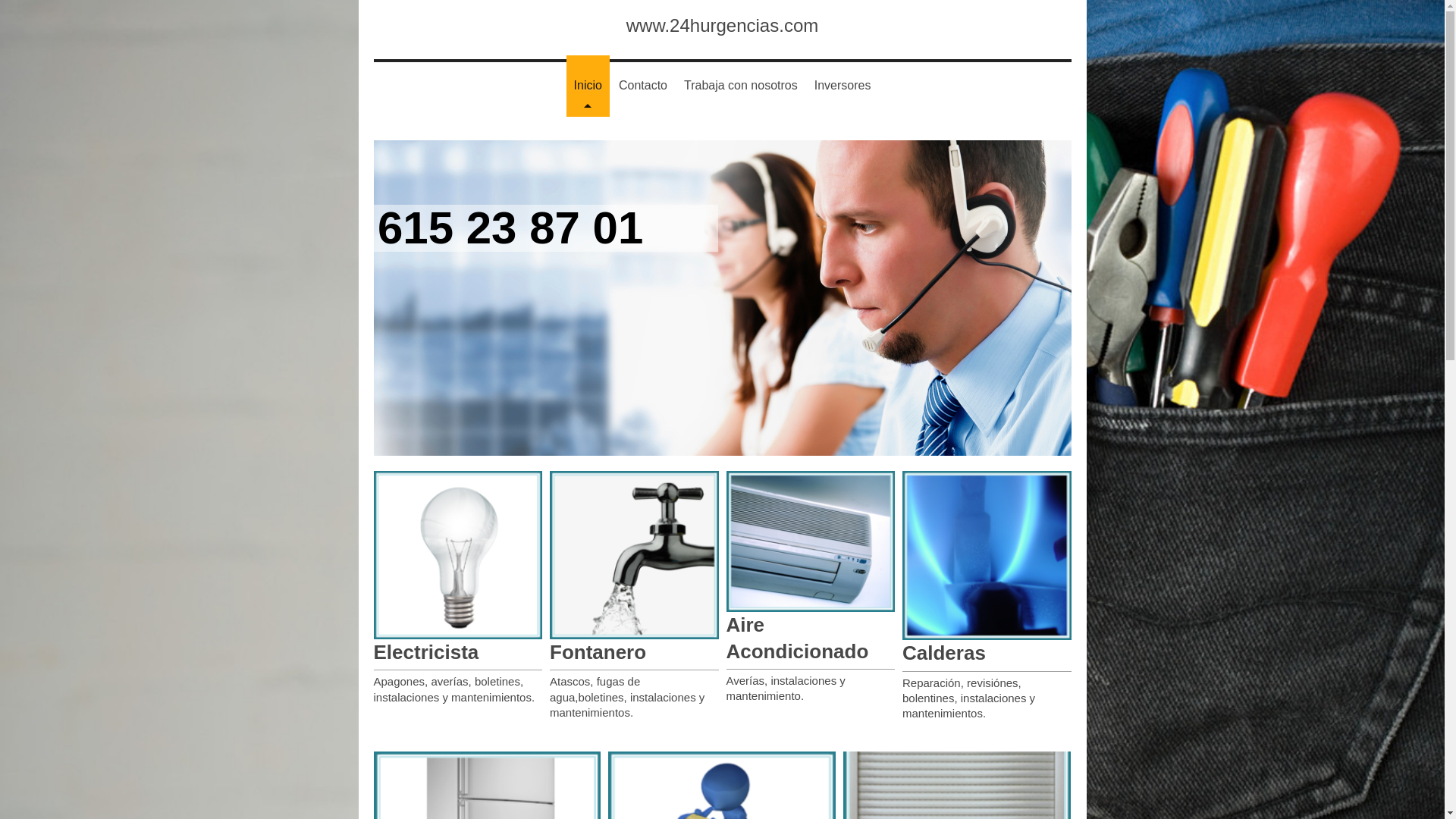 Image resolution: width=1456 pixels, height=819 pixels. I want to click on 'www.24hurgencias.com', so click(721, 25).